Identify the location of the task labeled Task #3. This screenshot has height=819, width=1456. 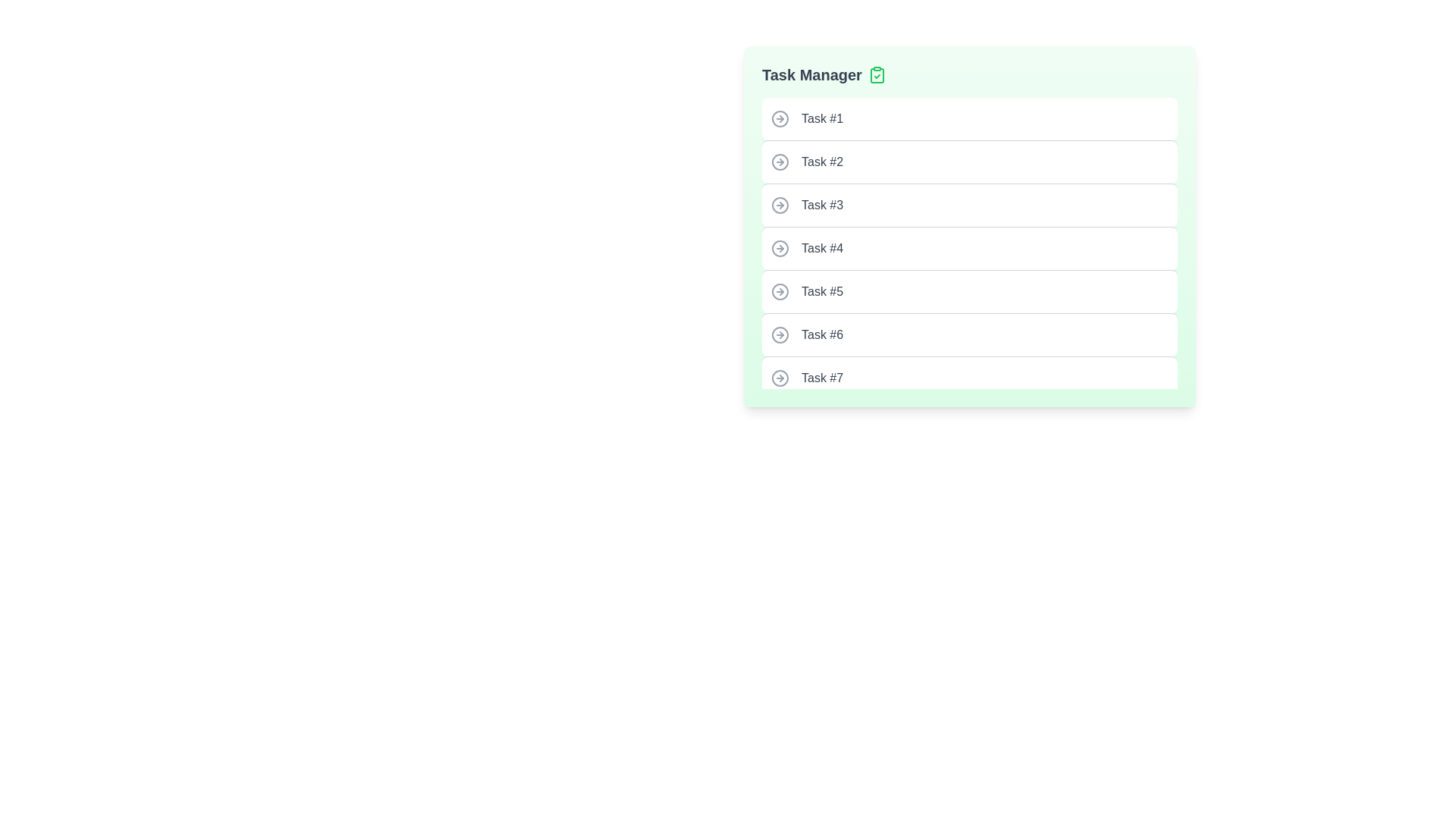
(968, 205).